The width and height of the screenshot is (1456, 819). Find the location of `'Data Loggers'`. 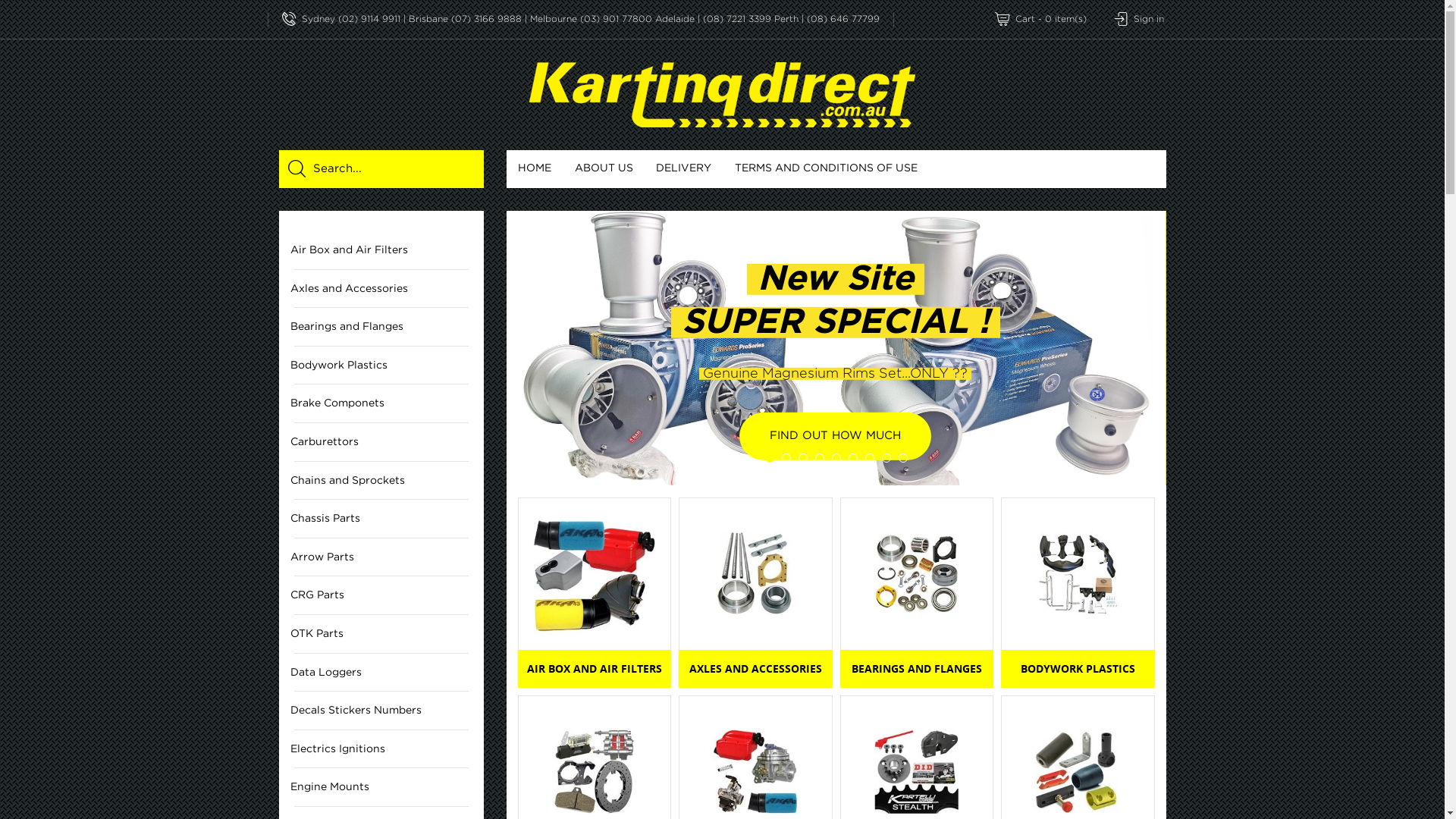

'Data Loggers' is located at coordinates (381, 672).